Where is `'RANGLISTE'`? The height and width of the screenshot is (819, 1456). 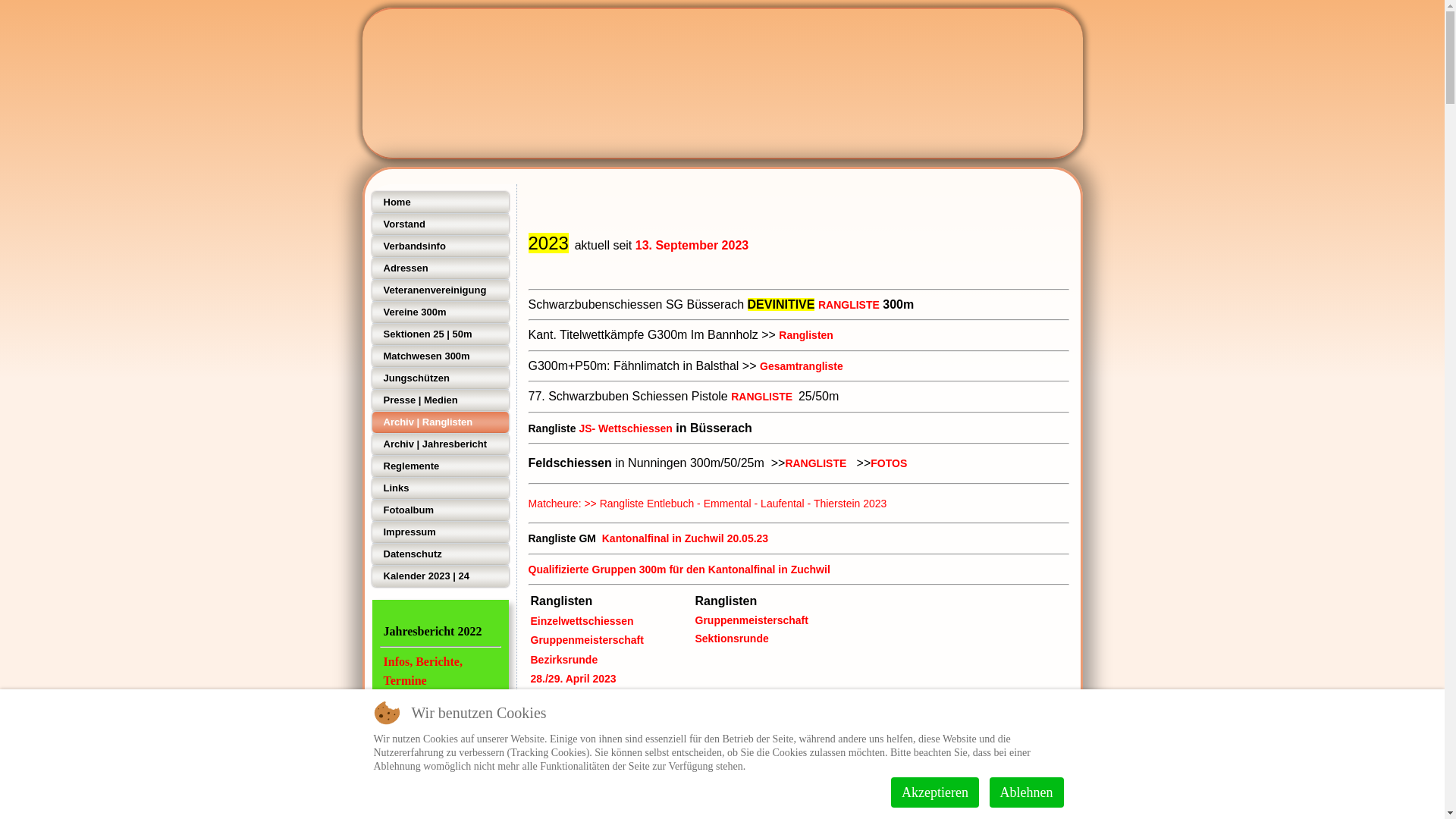
'RANGLISTE' is located at coordinates (848, 304).